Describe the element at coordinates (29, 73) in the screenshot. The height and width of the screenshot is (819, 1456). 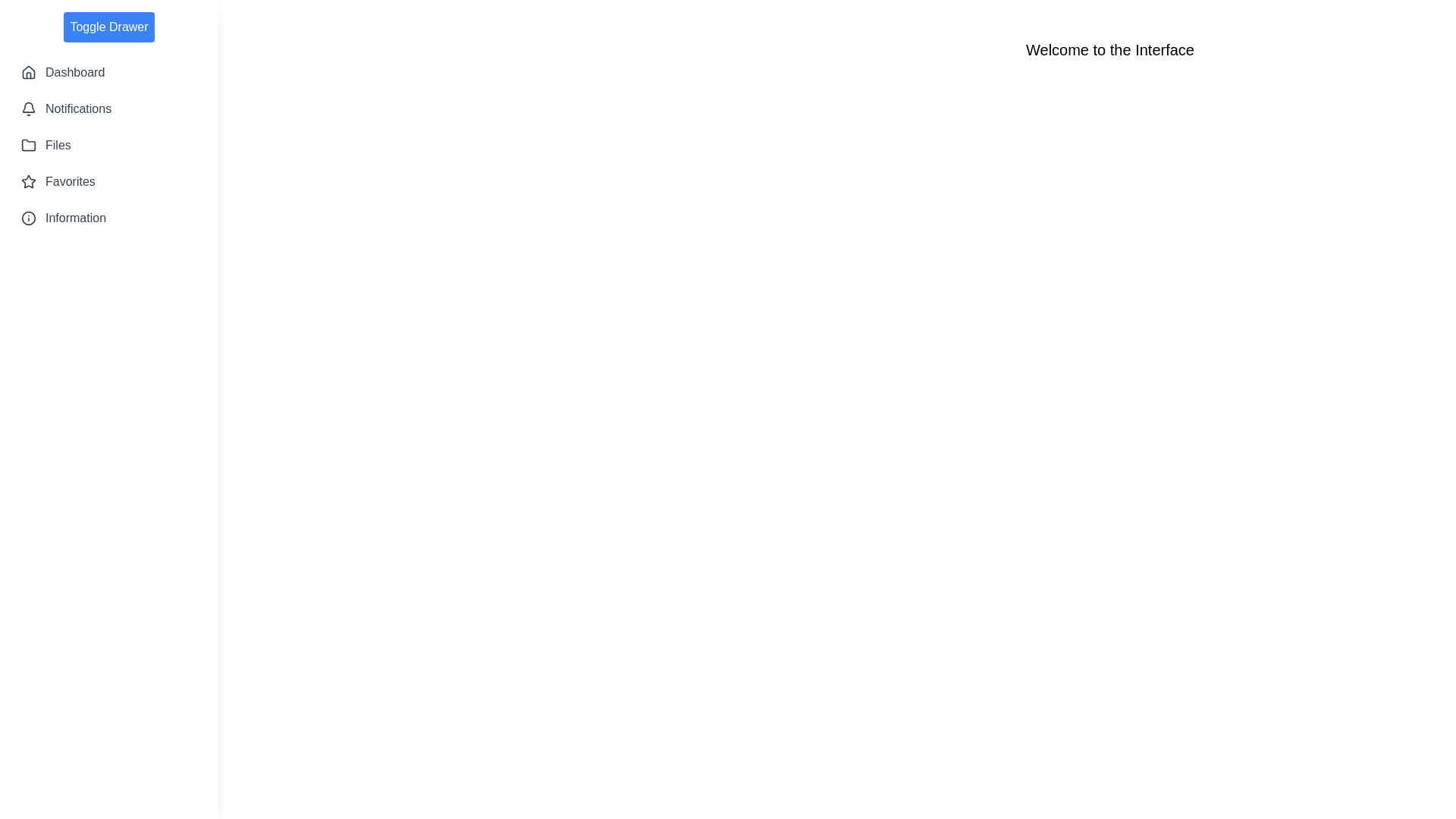
I see `the icon corresponding to the Dashboard in the sidebar` at that location.